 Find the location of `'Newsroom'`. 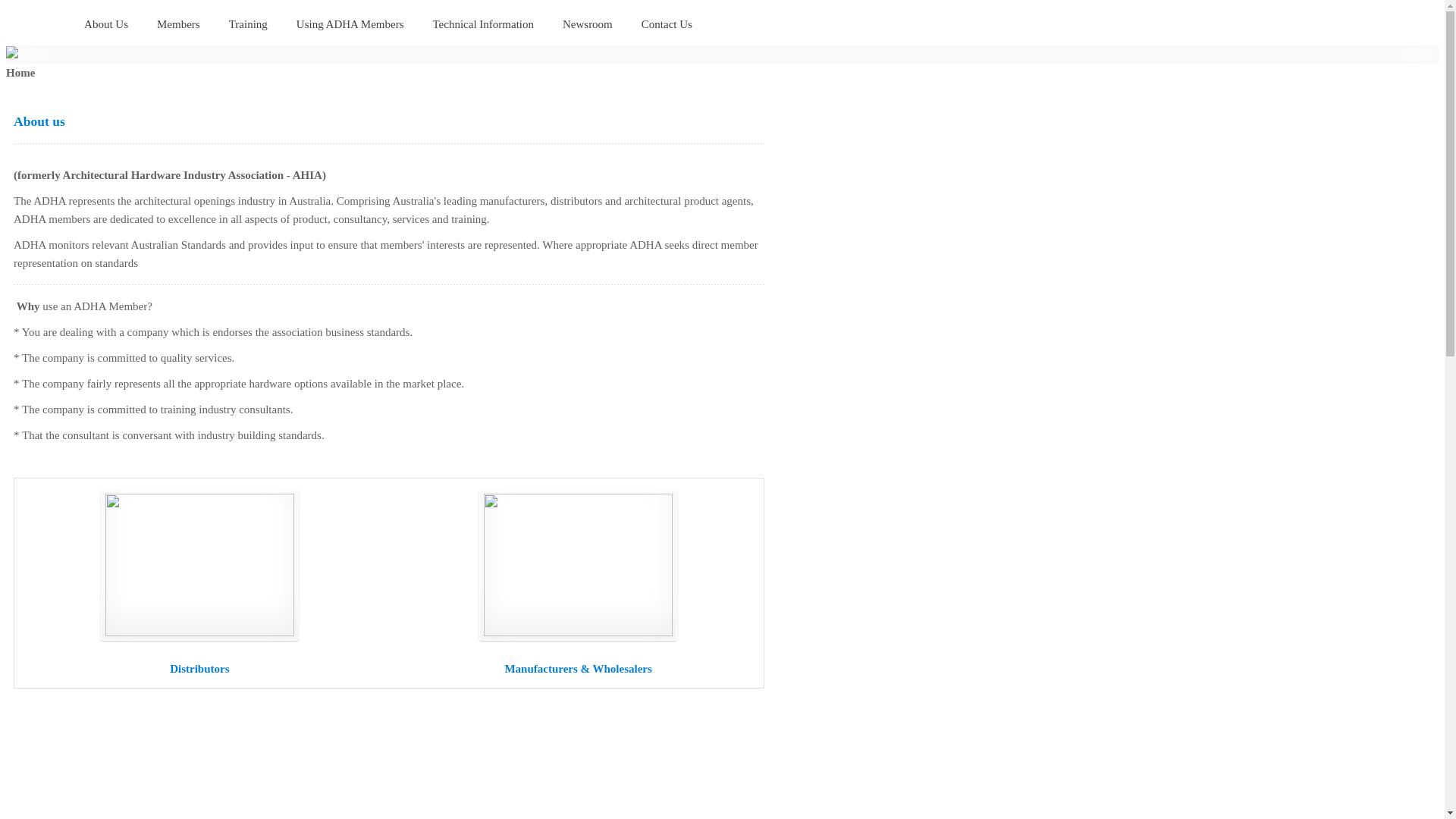

'Newsroom' is located at coordinates (588, 25).